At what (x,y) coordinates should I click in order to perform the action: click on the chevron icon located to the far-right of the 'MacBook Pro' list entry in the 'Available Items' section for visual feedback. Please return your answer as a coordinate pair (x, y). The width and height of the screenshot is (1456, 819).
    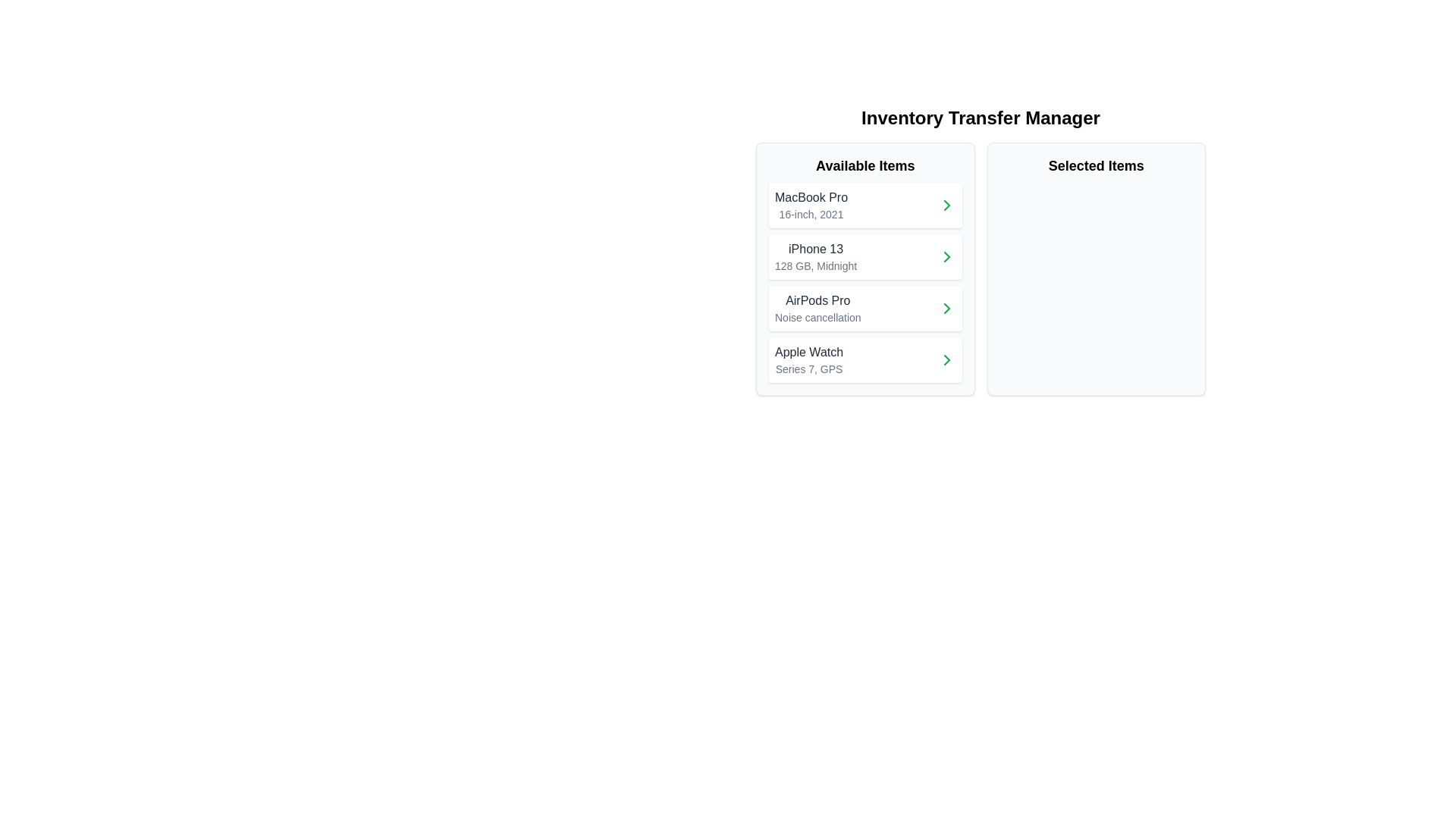
    Looking at the image, I should click on (946, 205).